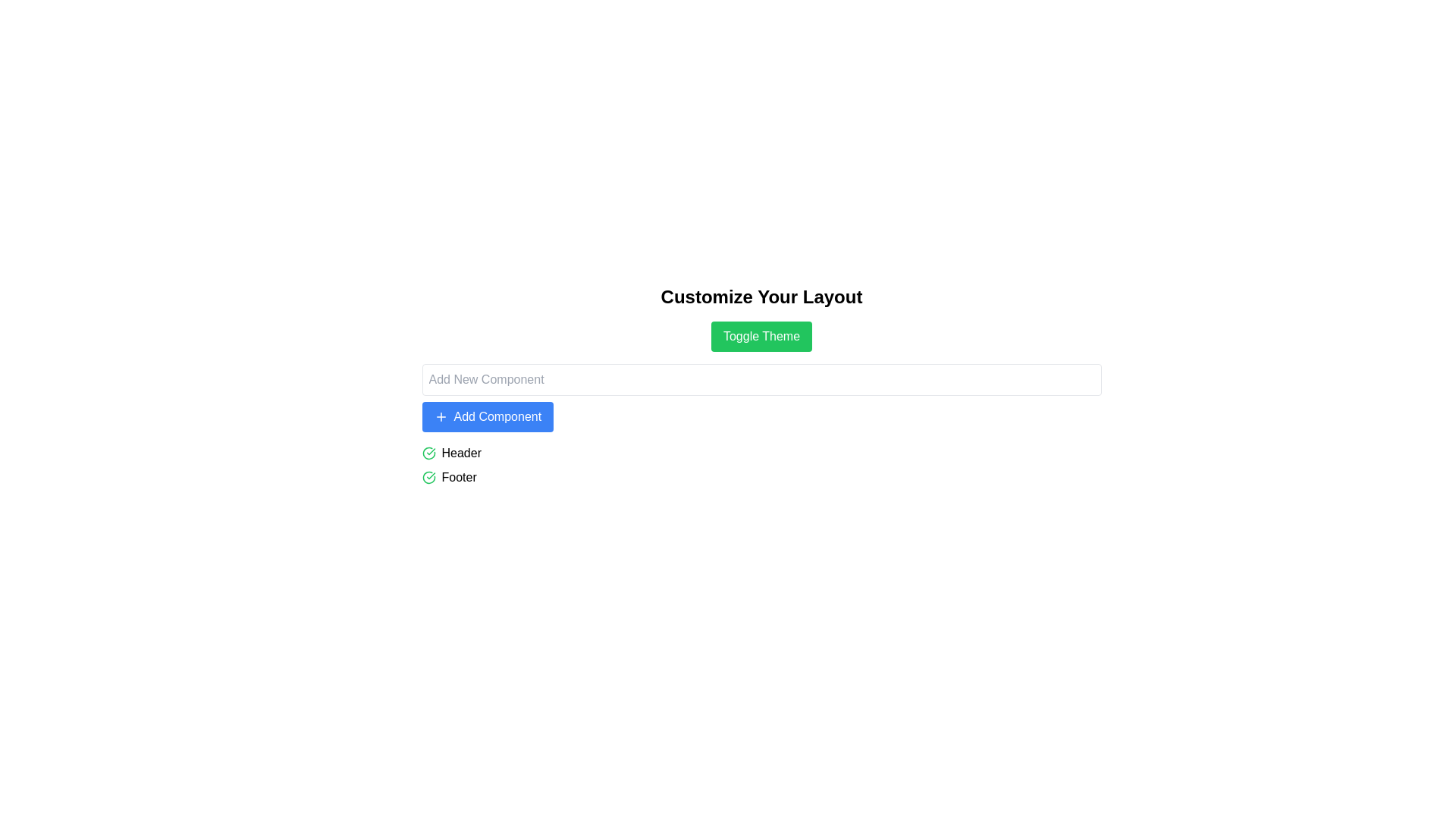  What do you see at coordinates (440, 417) in the screenshot?
I see `the SVG plus icon located within the 'Add Component' button, positioned to the left of the button's text` at bounding box center [440, 417].